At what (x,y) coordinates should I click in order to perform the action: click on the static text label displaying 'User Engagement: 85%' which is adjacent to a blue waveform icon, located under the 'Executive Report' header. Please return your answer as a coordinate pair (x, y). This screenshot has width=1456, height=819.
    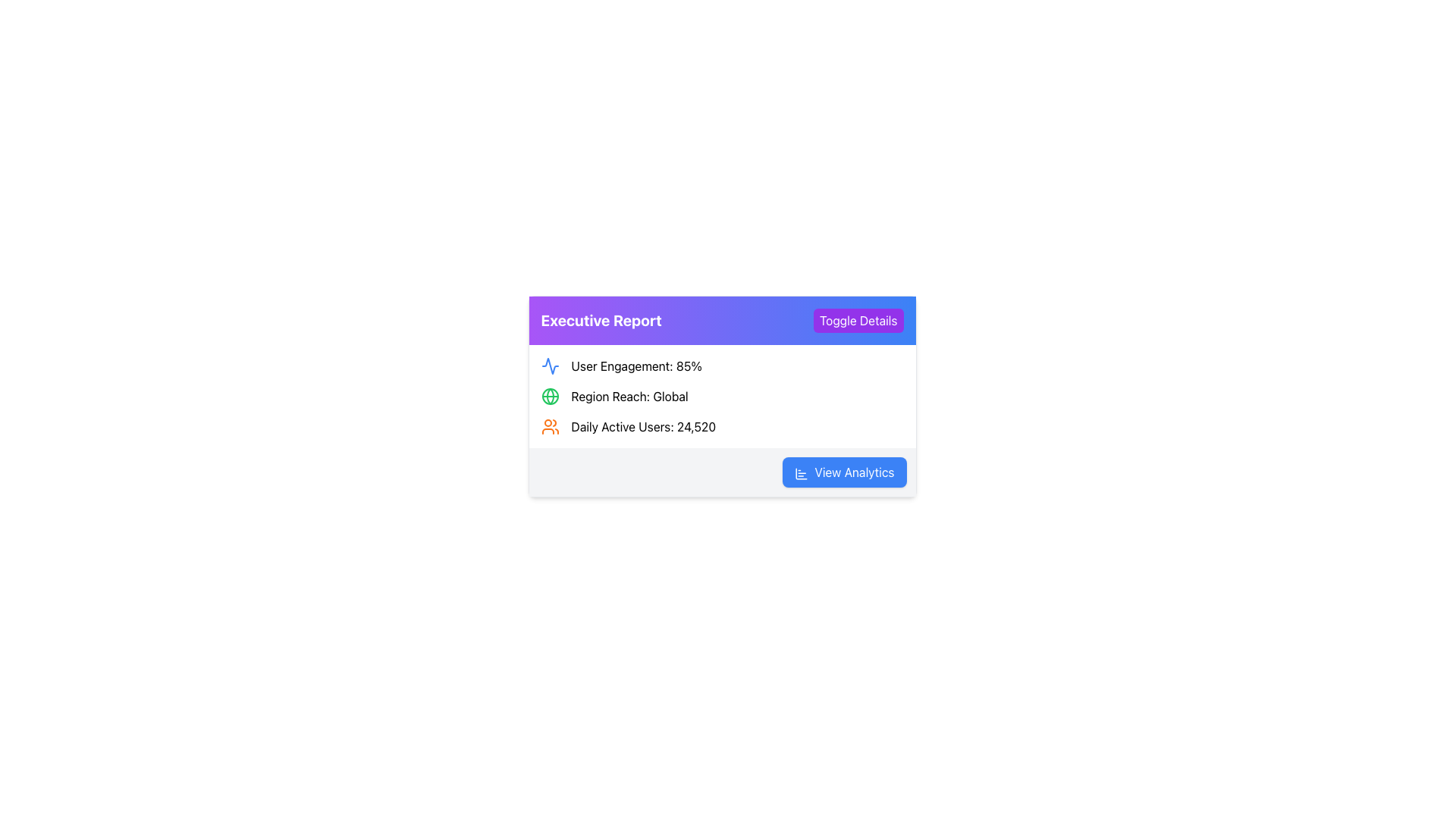
    Looking at the image, I should click on (636, 366).